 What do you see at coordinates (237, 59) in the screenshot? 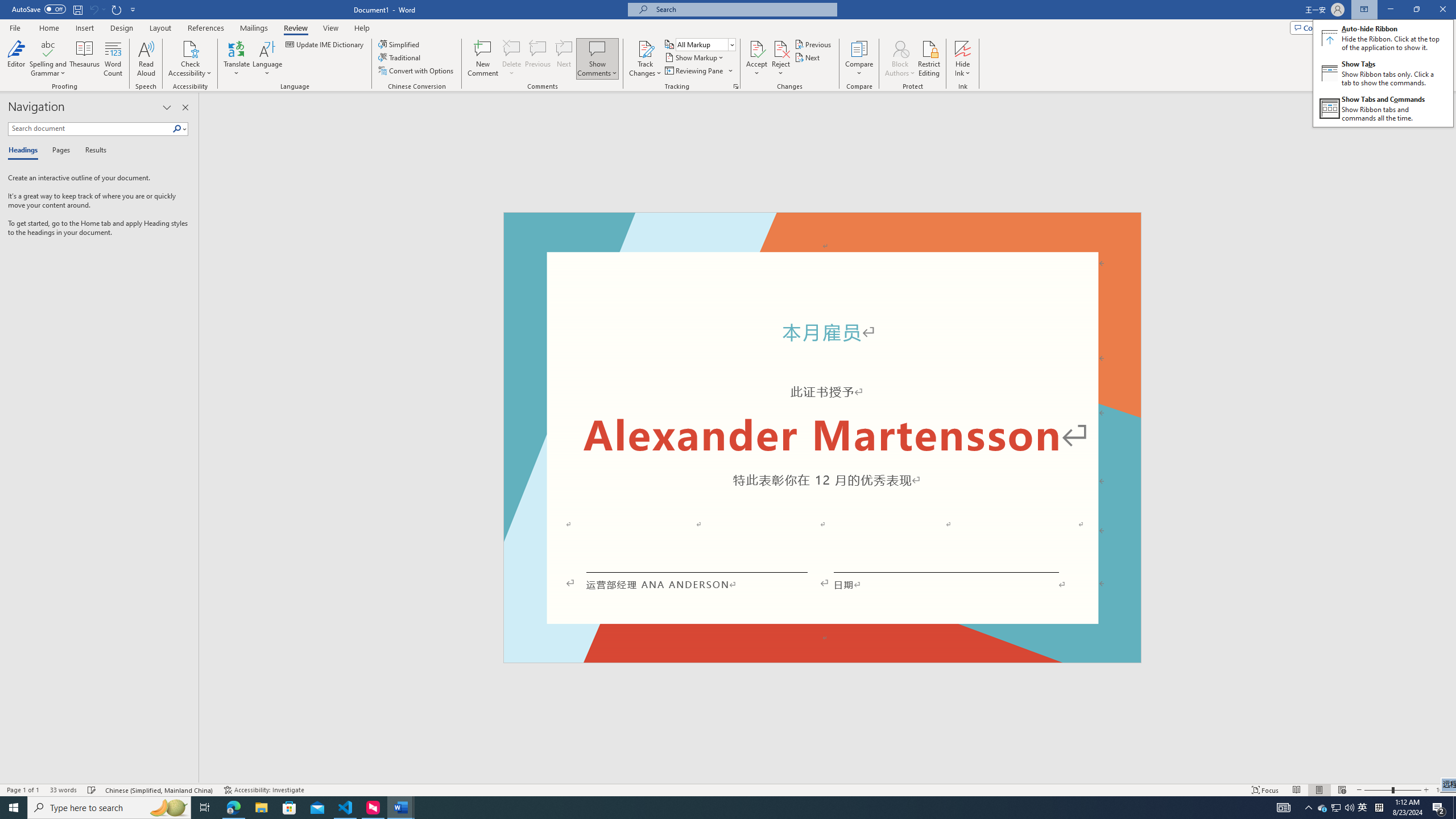
I see `'Translate'` at bounding box center [237, 59].